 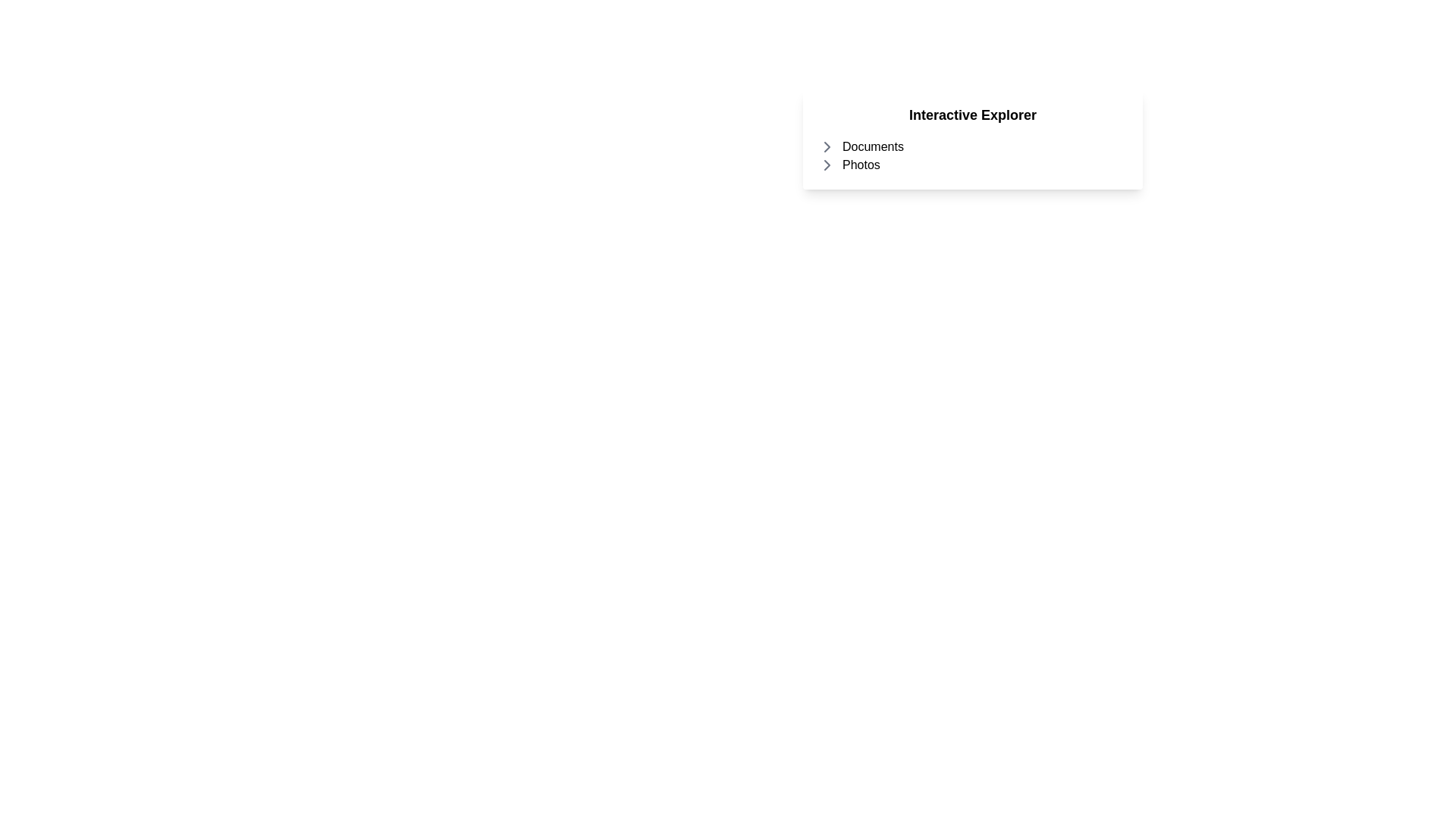 What do you see at coordinates (826, 165) in the screenshot?
I see `the chevron icon indicating navigation associated with the 'Photos' label, located near the heading within the Interactive Explorer interface` at bounding box center [826, 165].